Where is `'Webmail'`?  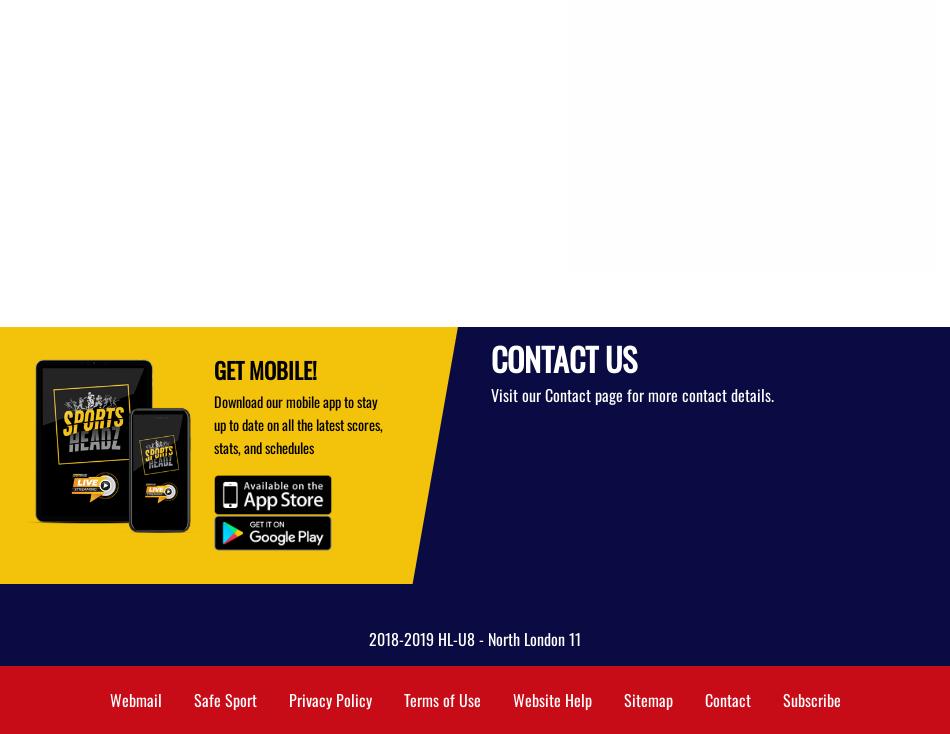 'Webmail' is located at coordinates (134, 700).